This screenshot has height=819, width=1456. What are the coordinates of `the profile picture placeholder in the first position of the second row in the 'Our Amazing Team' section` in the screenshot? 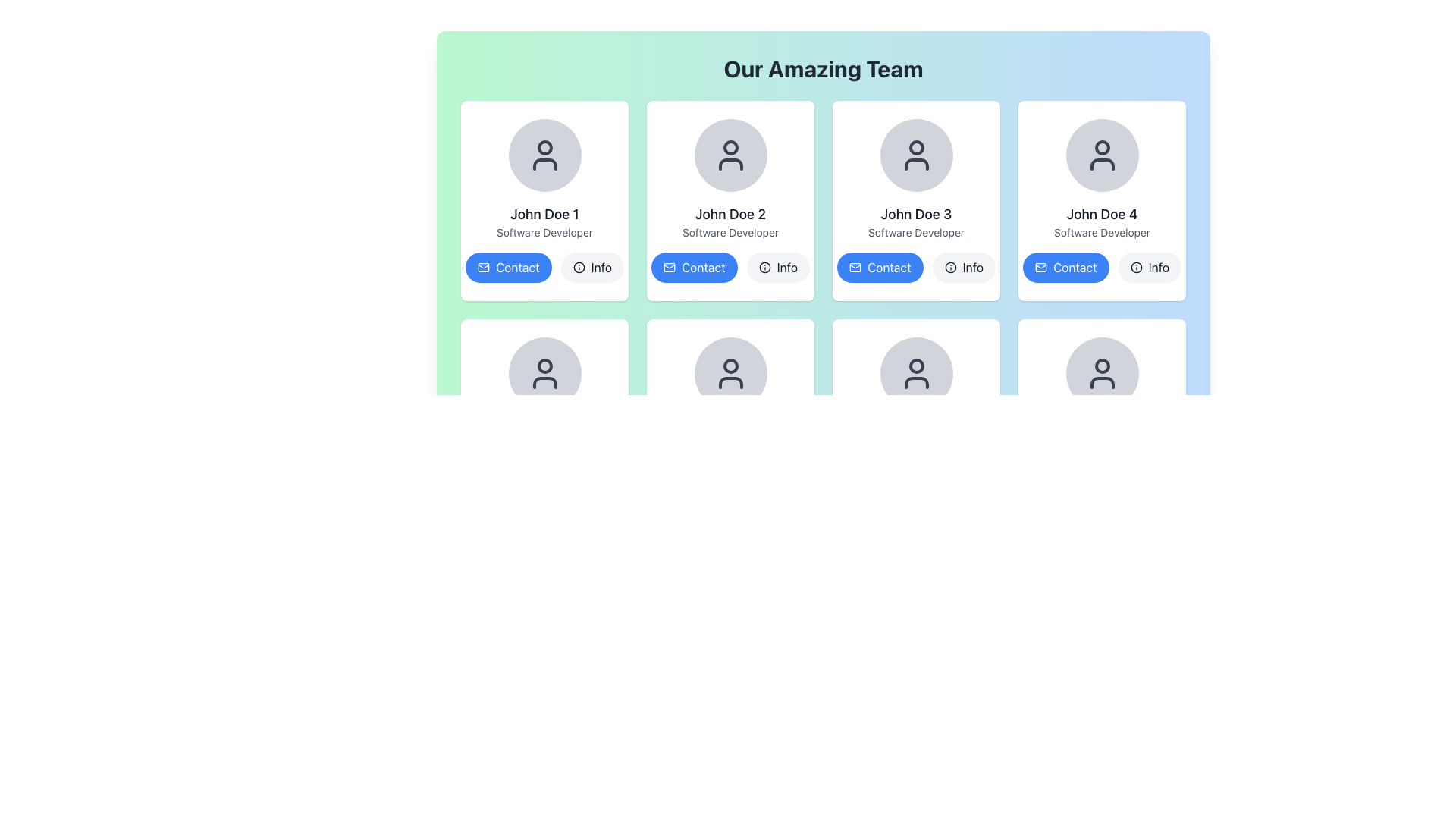 It's located at (544, 374).